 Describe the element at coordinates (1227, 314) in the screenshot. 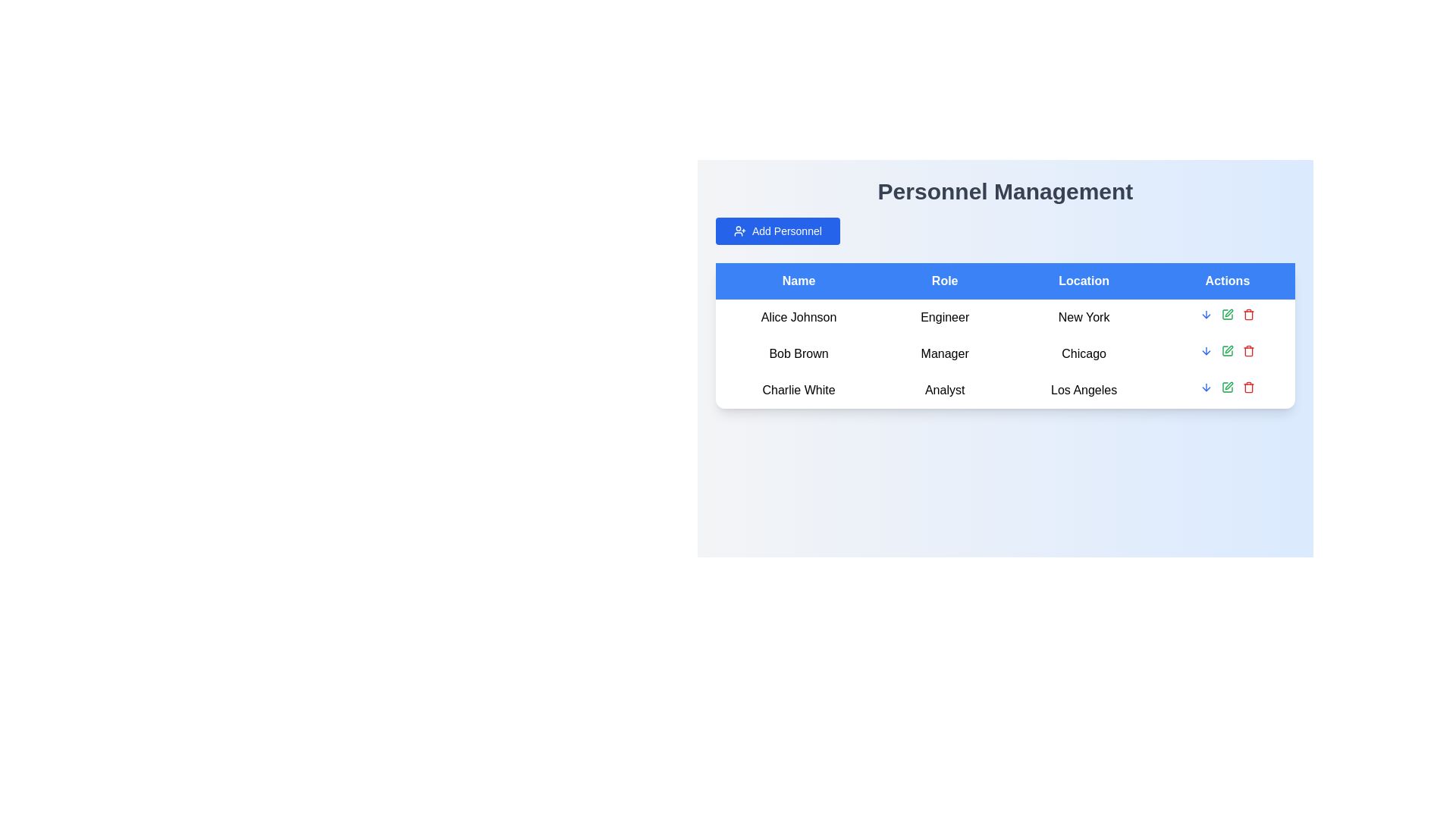

I see `the edit icon button located between the blue down arrow and the red bin icon in the 'Bob Brown' row to modify the details associated with that item` at that location.